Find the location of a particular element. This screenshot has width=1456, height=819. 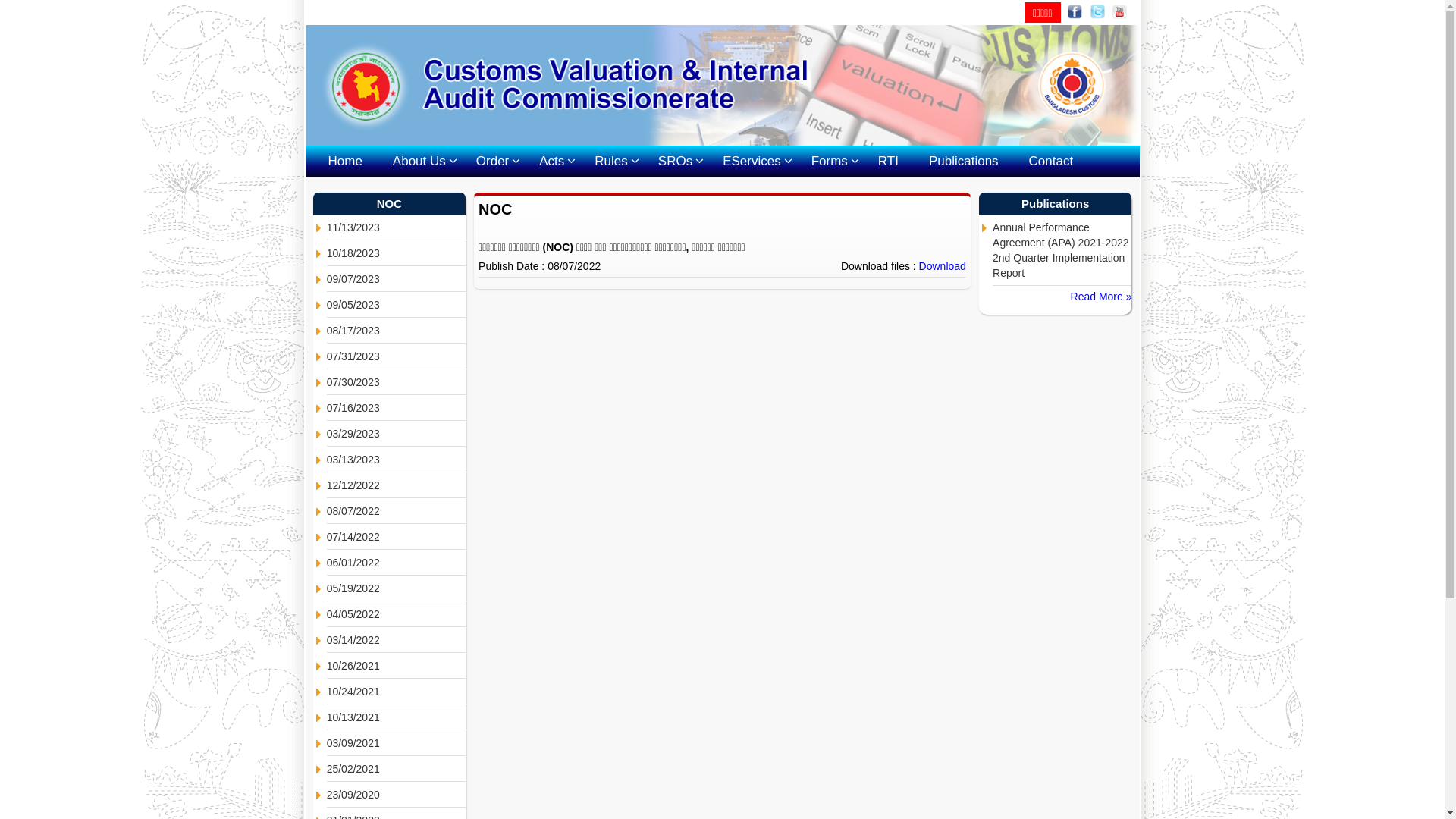

'23/09/2020' is located at coordinates (326, 794).